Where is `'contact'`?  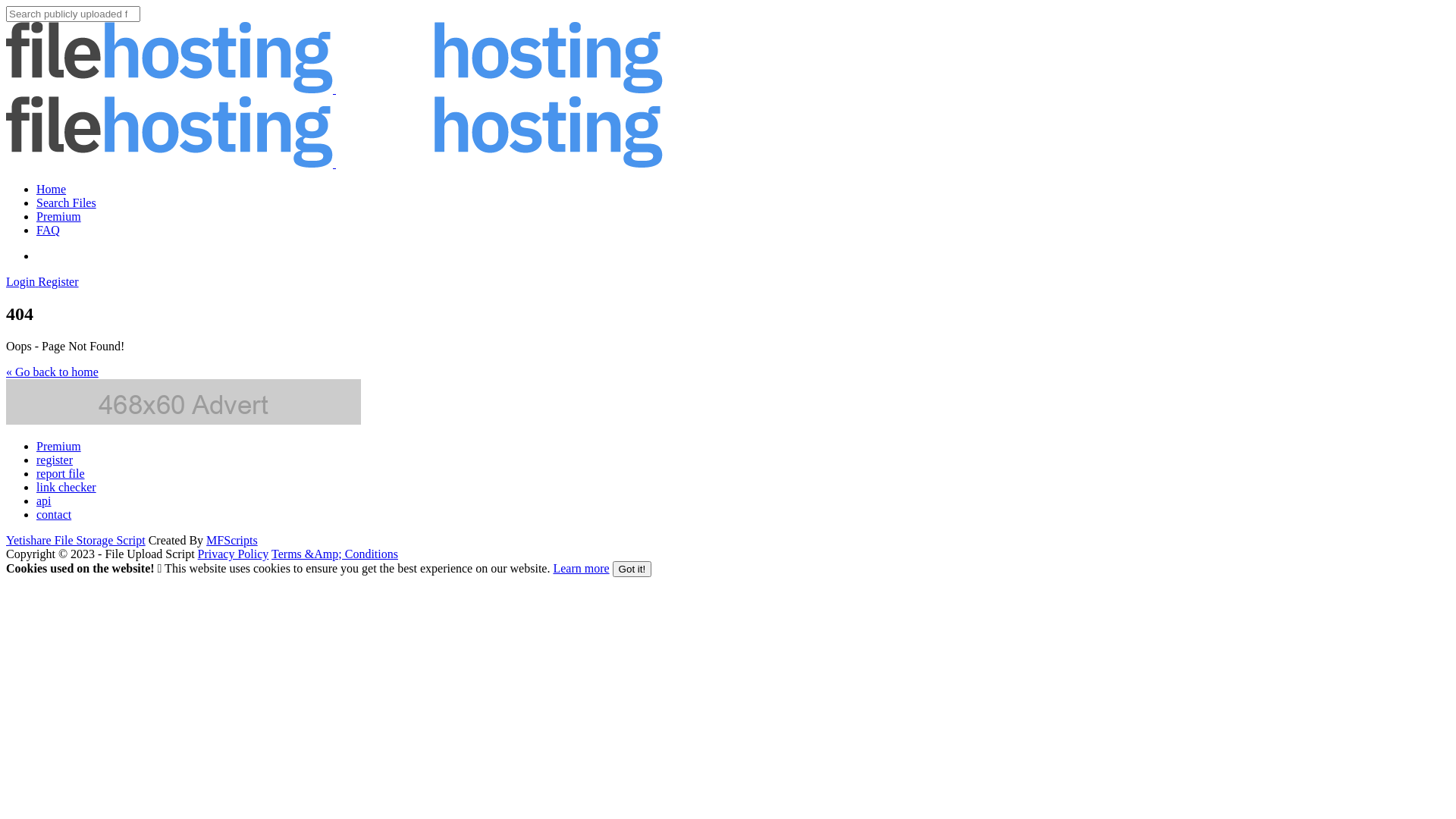 'contact' is located at coordinates (54, 513).